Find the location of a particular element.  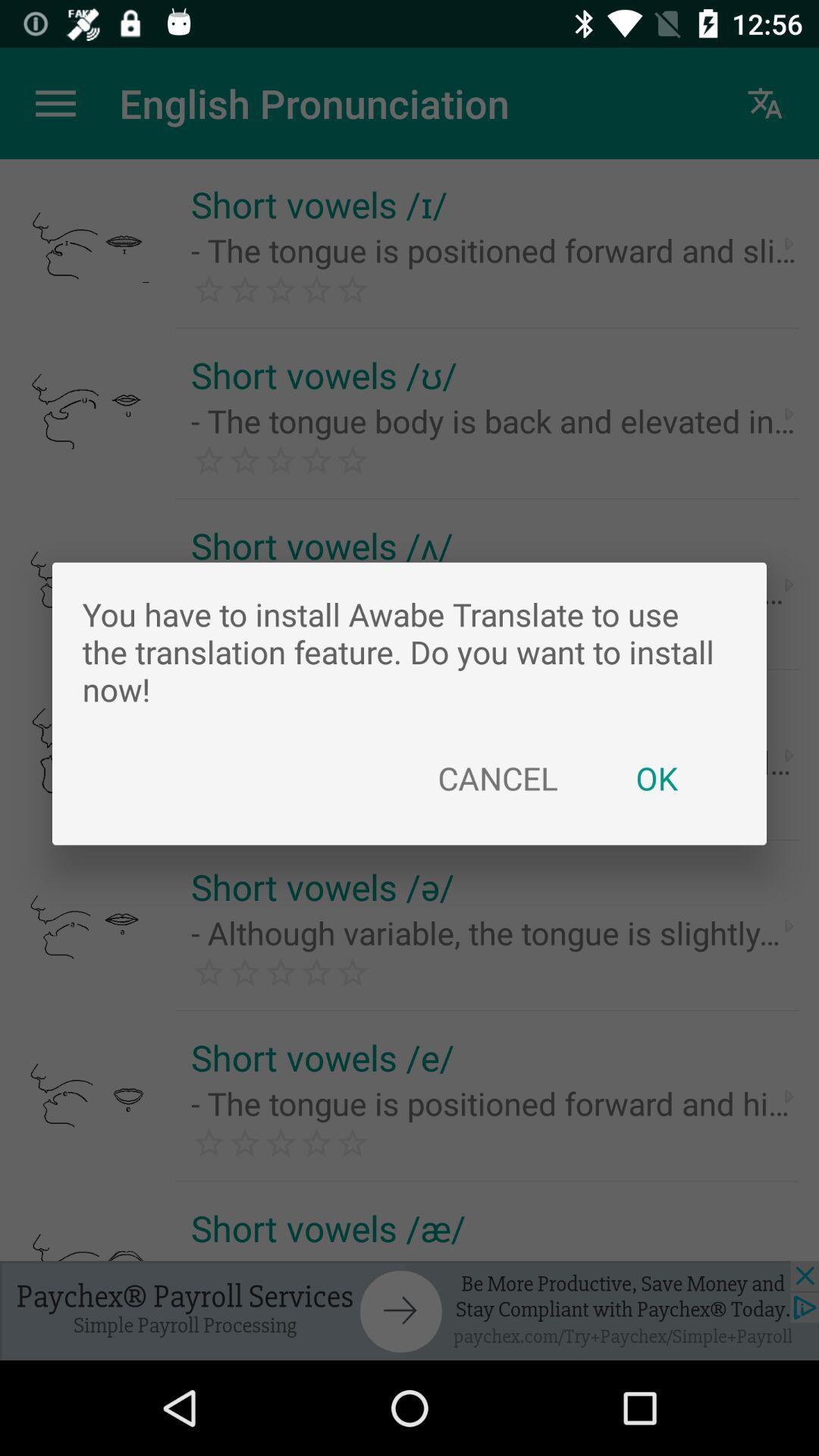

the symbol which is right to english pronunciation is located at coordinates (766, 102).